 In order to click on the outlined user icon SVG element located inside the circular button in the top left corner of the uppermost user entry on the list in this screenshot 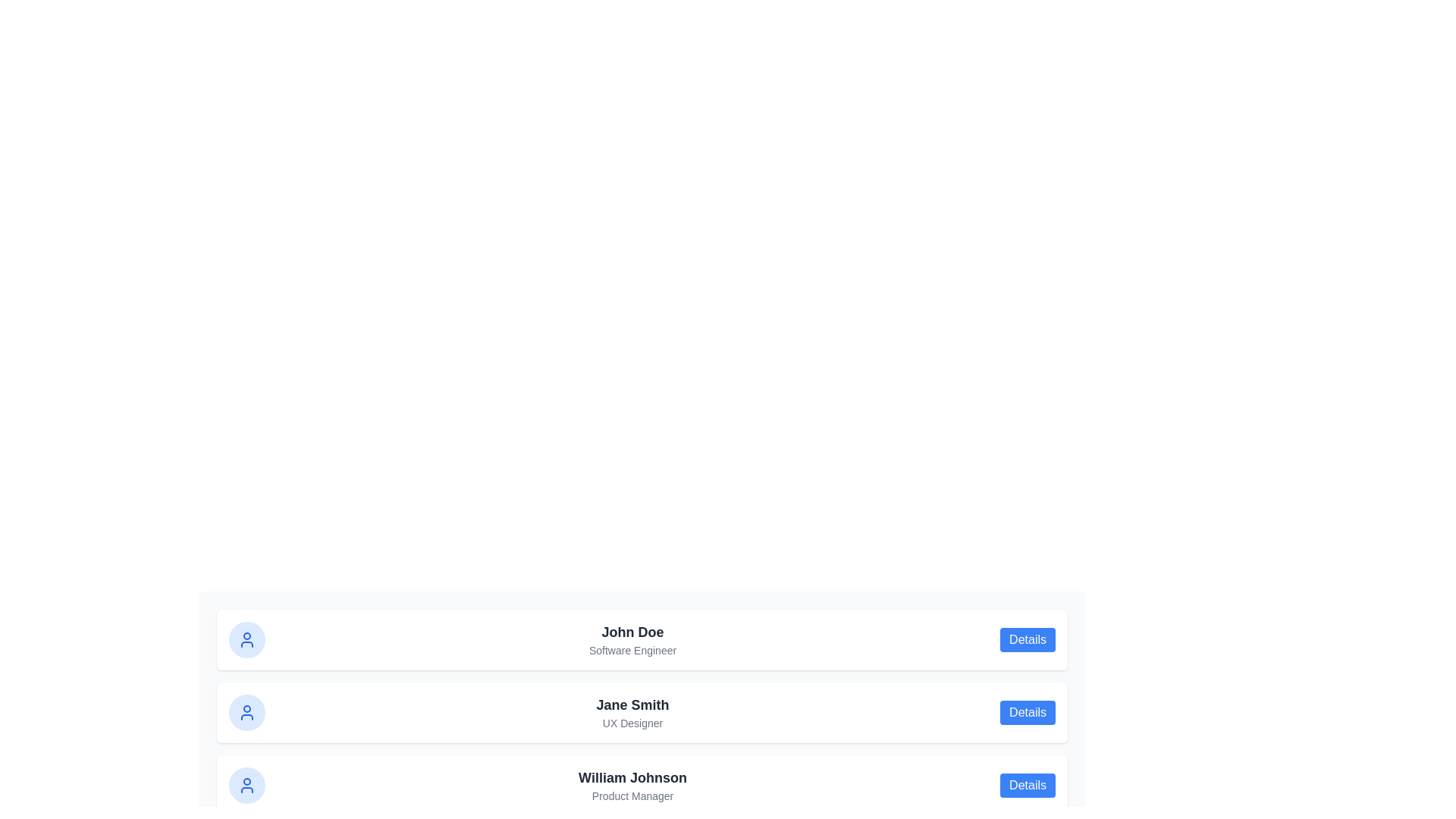, I will do `click(247, 640)`.